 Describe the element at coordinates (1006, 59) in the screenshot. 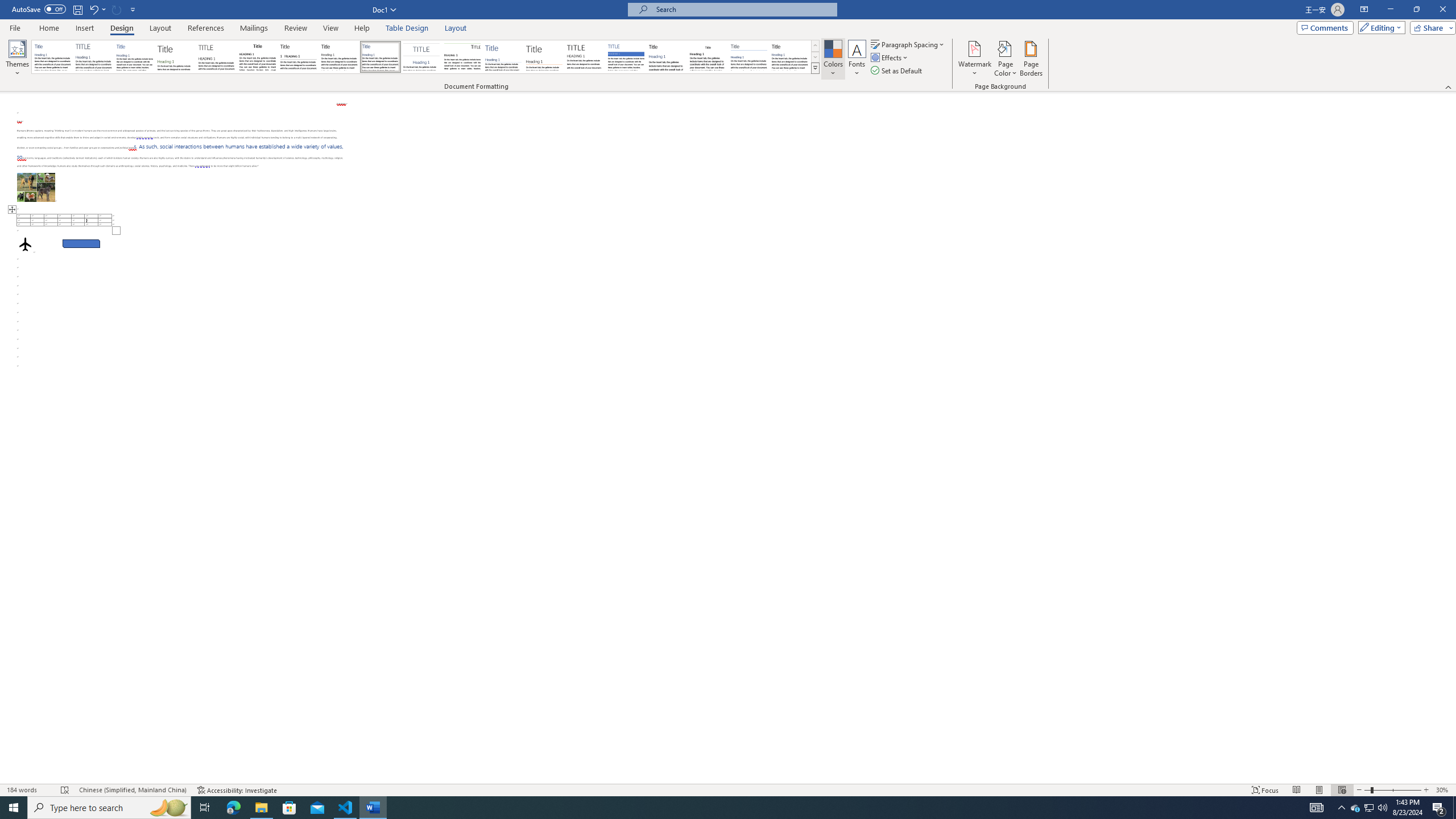

I see `'Page Color'` at that location.